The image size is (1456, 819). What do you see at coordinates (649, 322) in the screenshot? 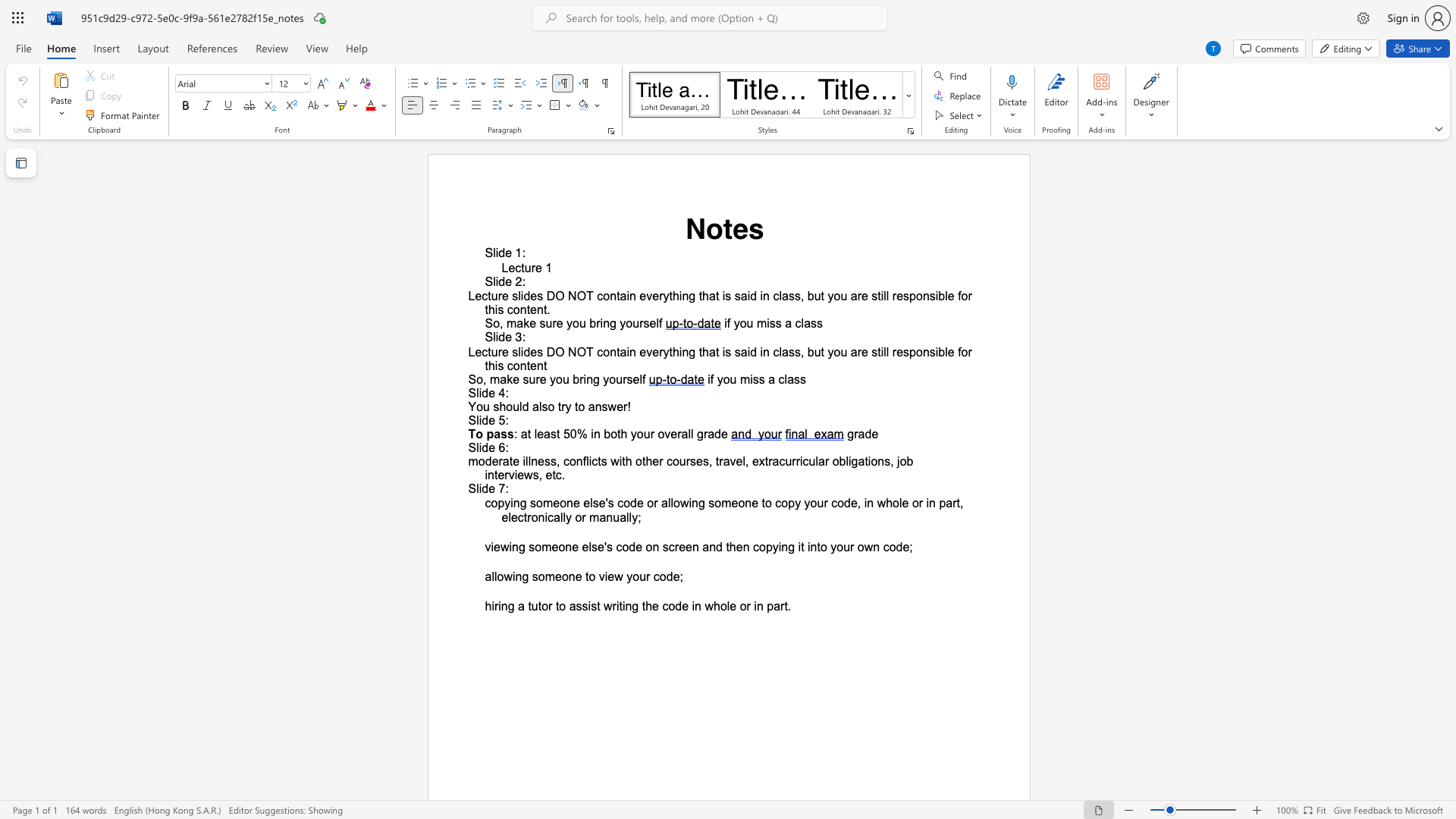
I see `the space between the continuous character "s" and "e" in the text` at bounding box center [649, 322].